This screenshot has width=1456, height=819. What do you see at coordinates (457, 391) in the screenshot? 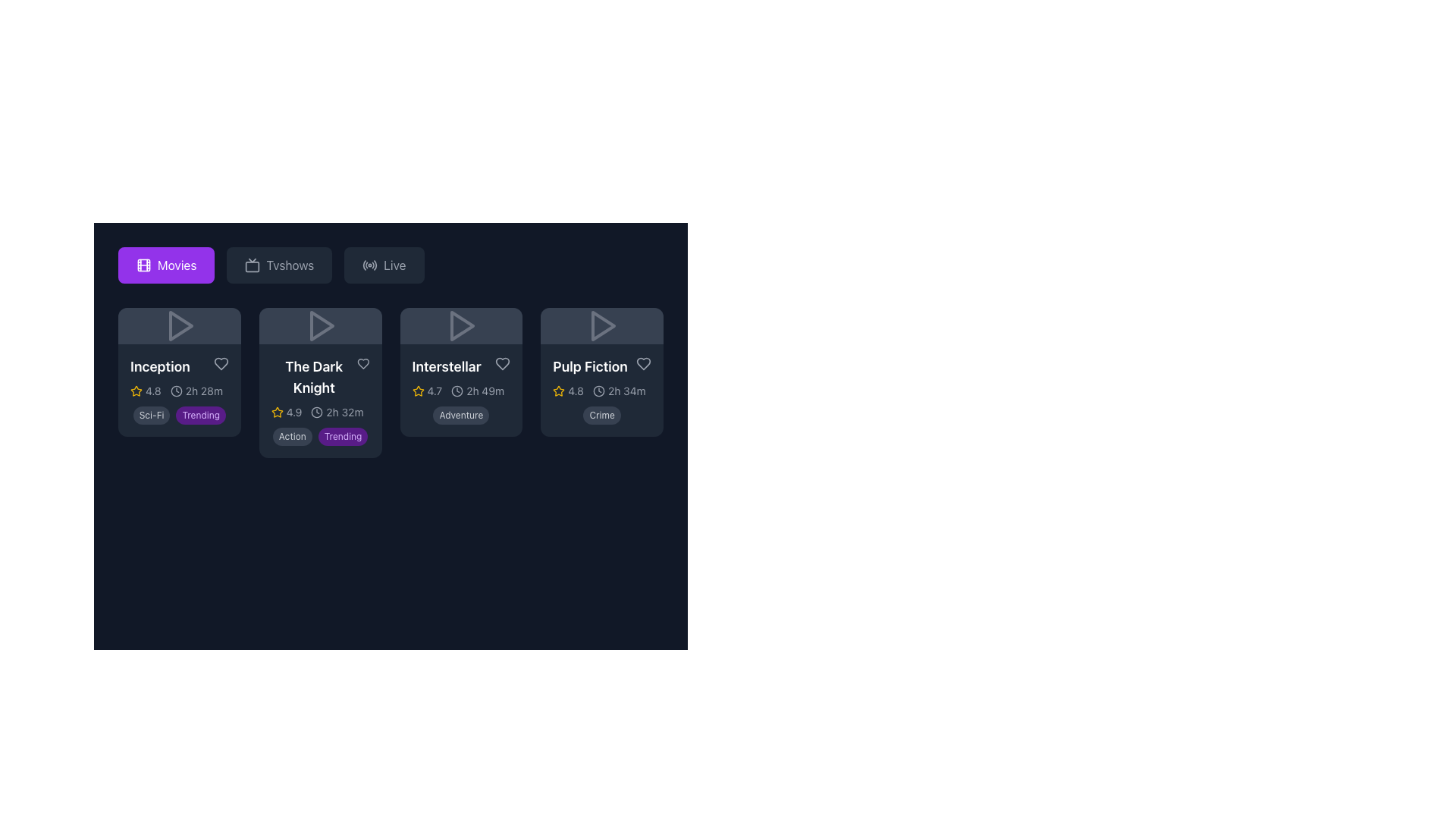
I see `the SVG Circle Element that represents the circular outline of the clock icon for the 'Interstellar' movie in the information panel of the third movie card` at bounding box center [457, 391].